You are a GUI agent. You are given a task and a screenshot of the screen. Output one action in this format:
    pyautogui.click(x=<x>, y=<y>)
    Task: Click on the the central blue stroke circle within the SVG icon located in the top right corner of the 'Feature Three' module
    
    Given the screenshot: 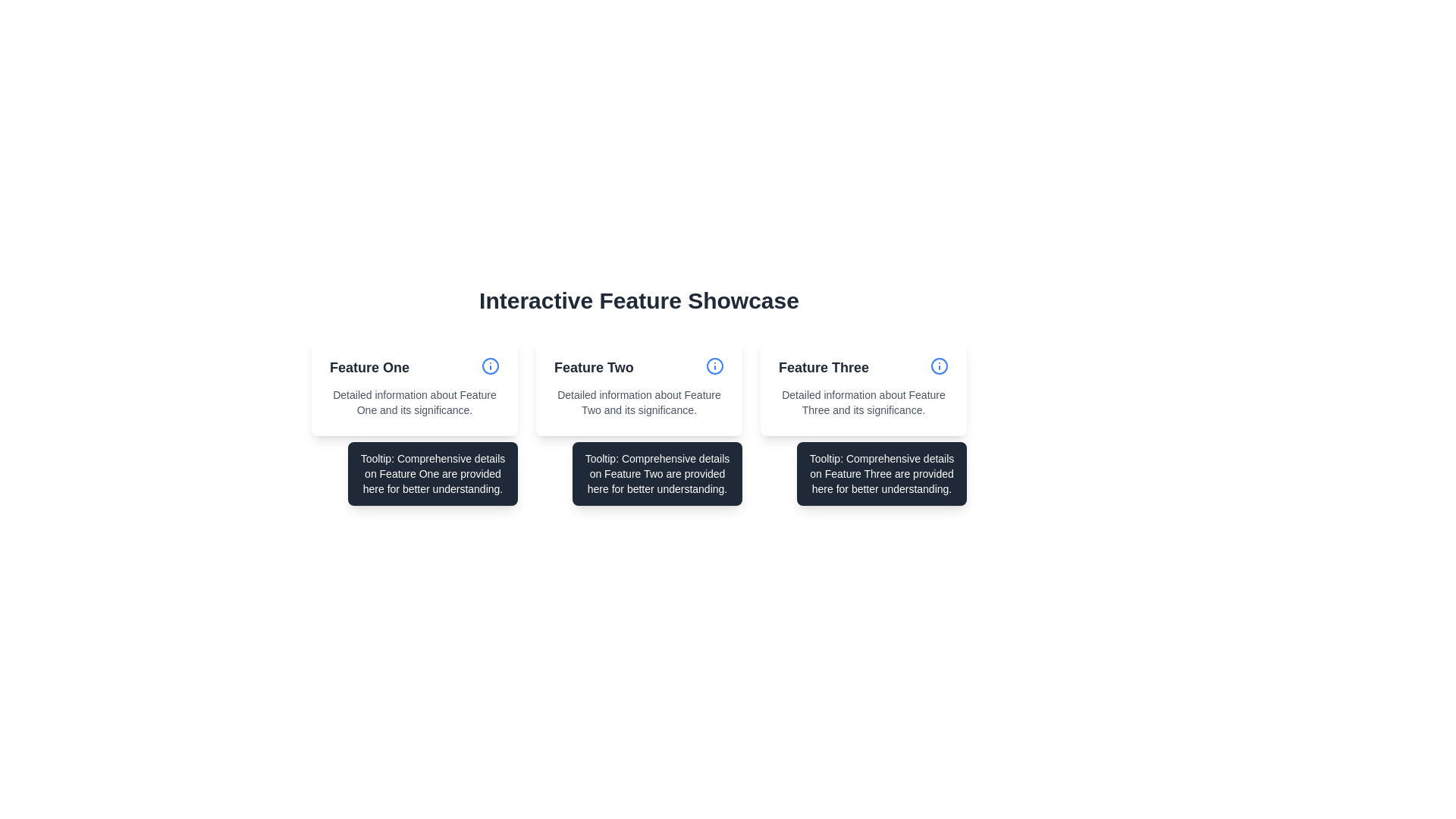 What is the action you would take?
    pyautogui.click(x=938, y=366)
    